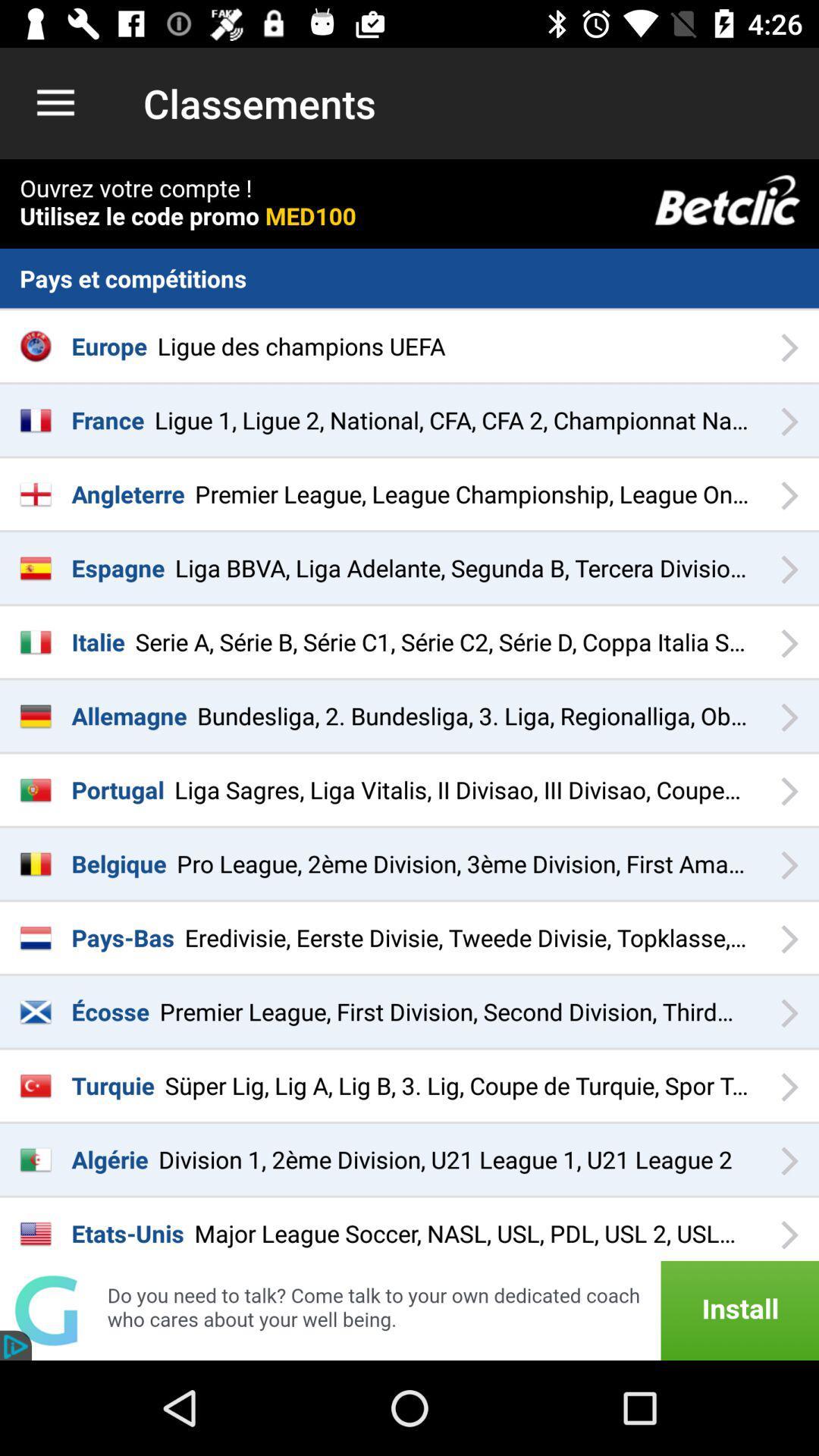 Image resolution: width=819 pixels, height=1456 pixels. What do you see at coordinates (409, 1310) in the screenshot?
I see `advertisement` at bounding box center [409, 1310].